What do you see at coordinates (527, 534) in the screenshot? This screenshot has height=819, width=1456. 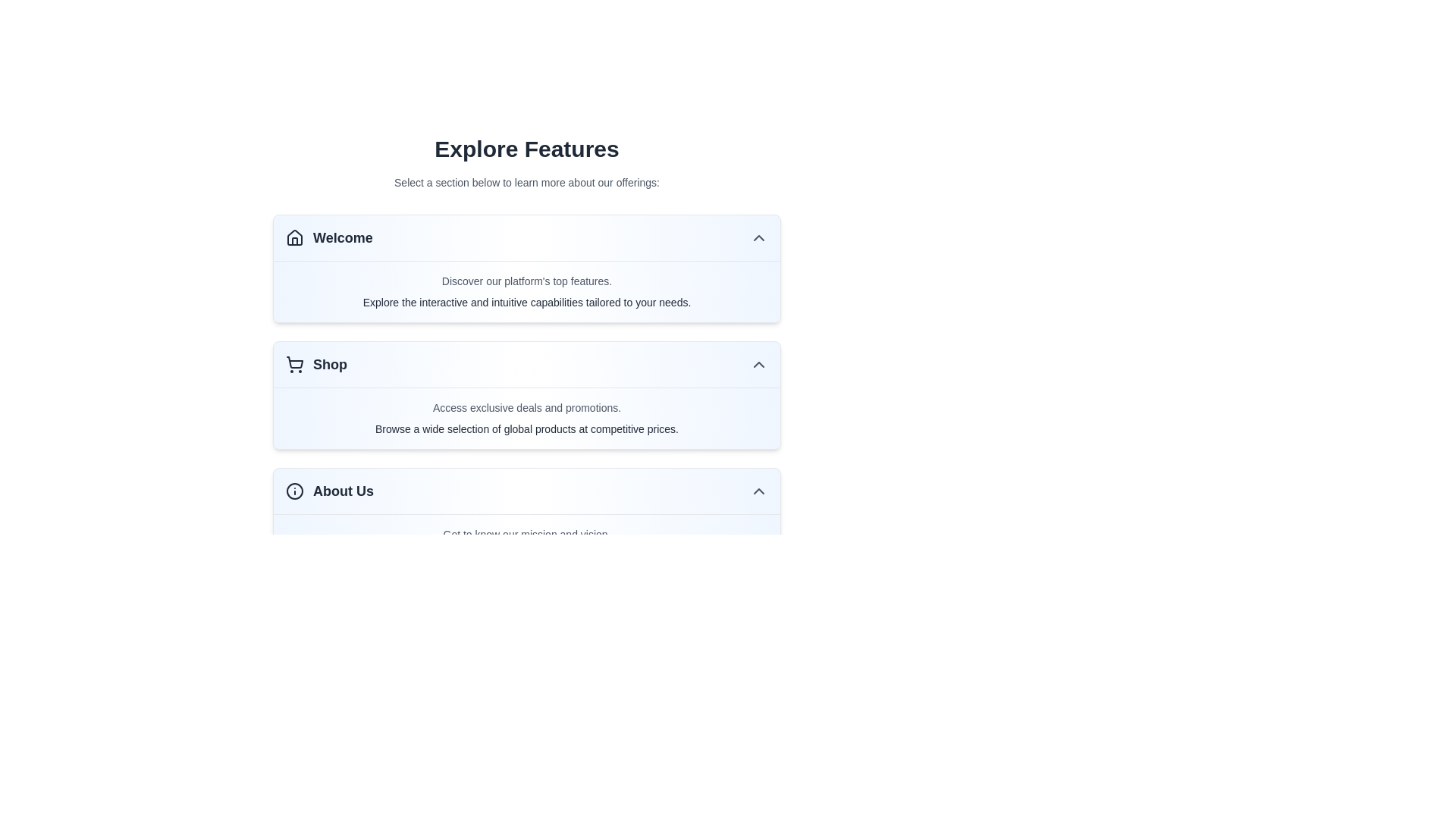 I see `the introductory static text in the 'About Us' section, which is the first line of text providing an overview of the section` at bounding box center [527, 534].